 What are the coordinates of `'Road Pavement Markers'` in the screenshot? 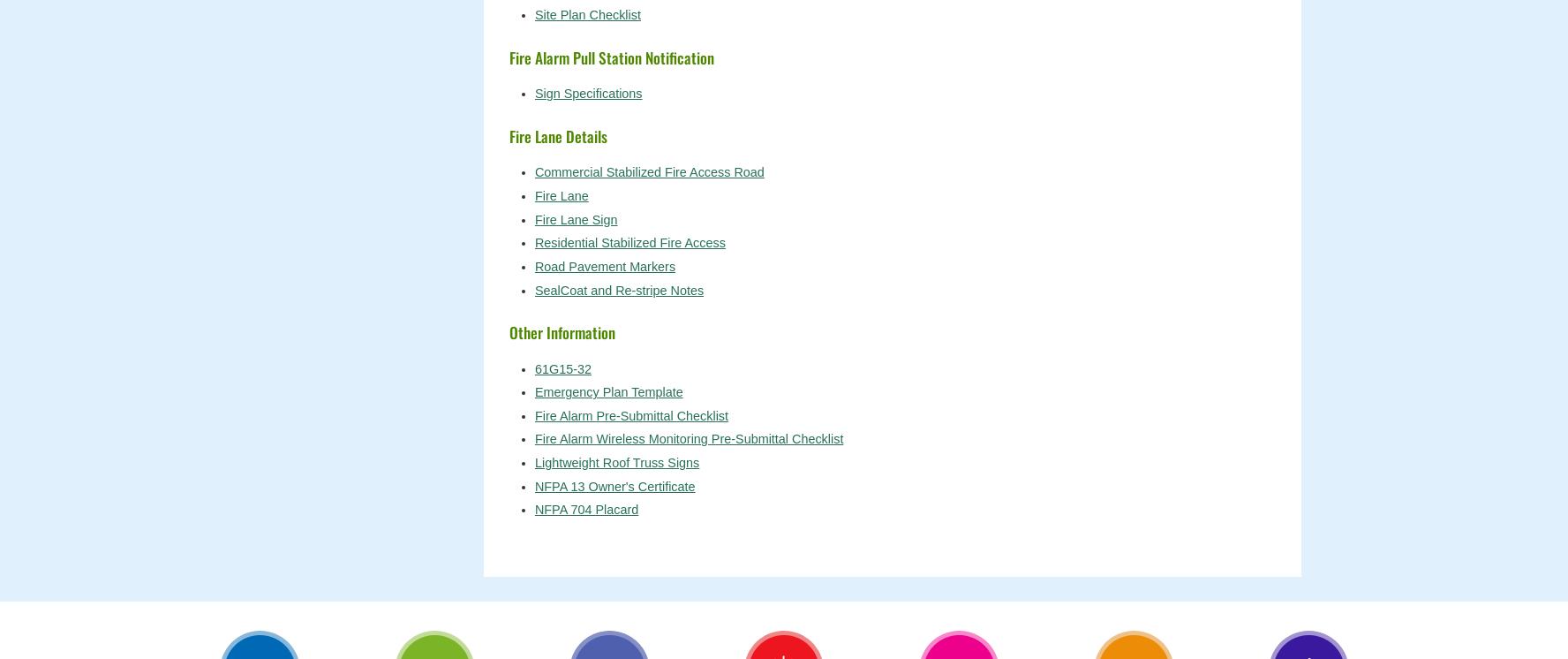 It's located at (605, 266).